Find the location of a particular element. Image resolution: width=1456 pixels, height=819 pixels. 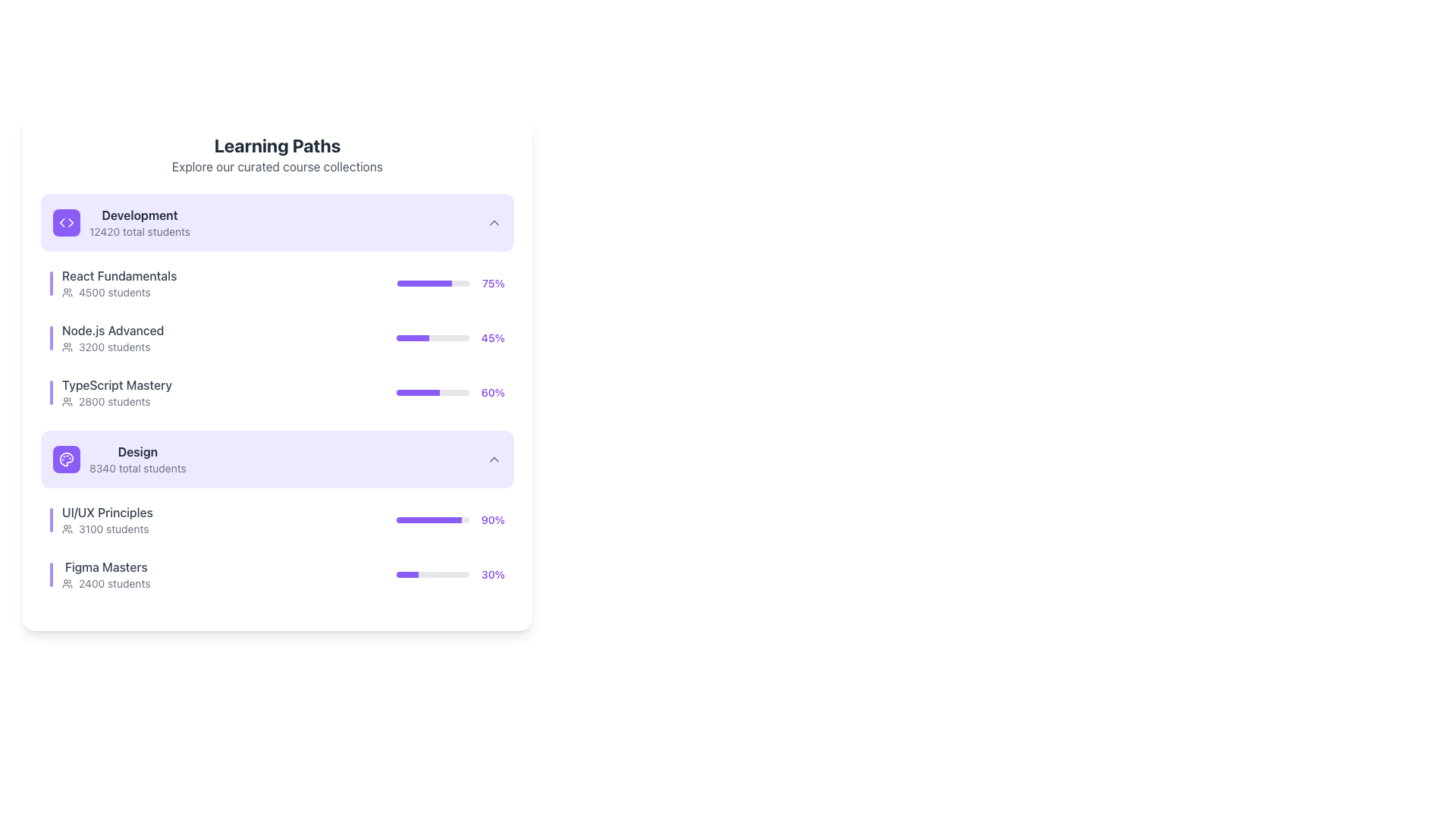

the decorative SVG icon representing users or students associated with the course, located in the Node.js Advanced section under Learning Paths is located at coordinates (67, 347).